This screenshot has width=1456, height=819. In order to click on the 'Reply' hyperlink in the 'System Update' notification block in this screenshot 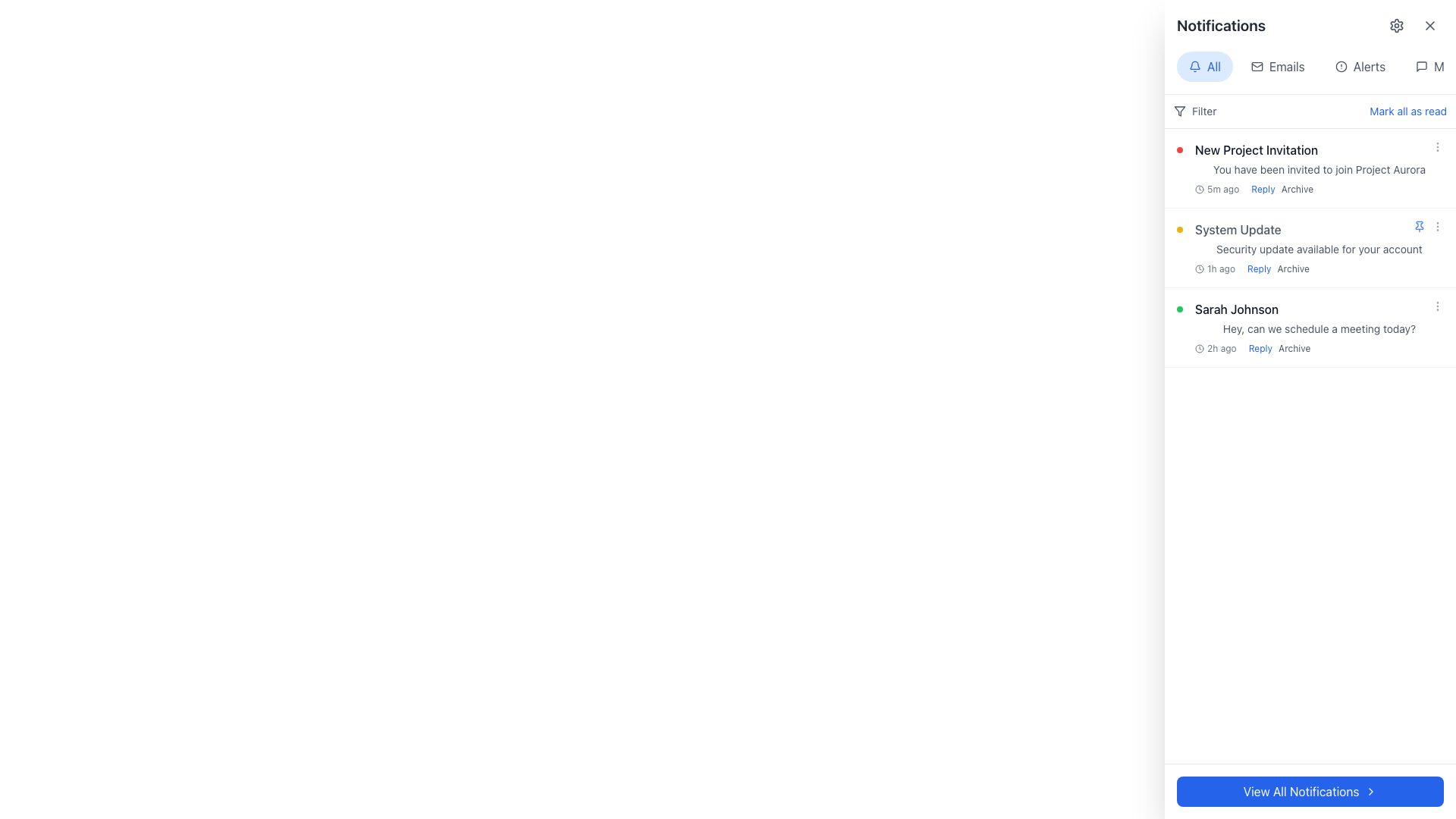, I will do `click(1259, 268)`.